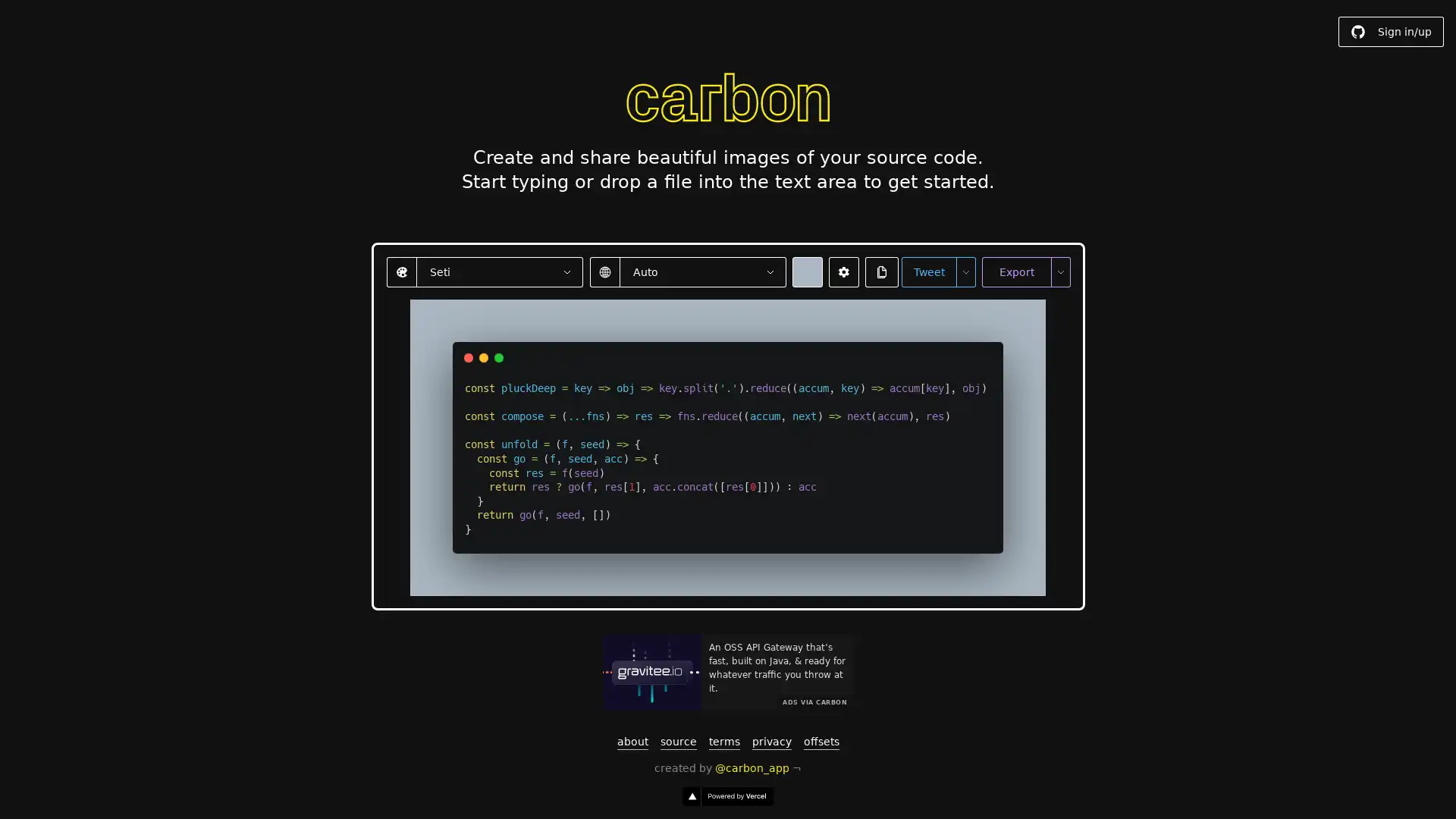  What do you see at coordinates (1015, 271) in the screenshot?
I see `Quick export Export` at bounding box center [1015, 271].